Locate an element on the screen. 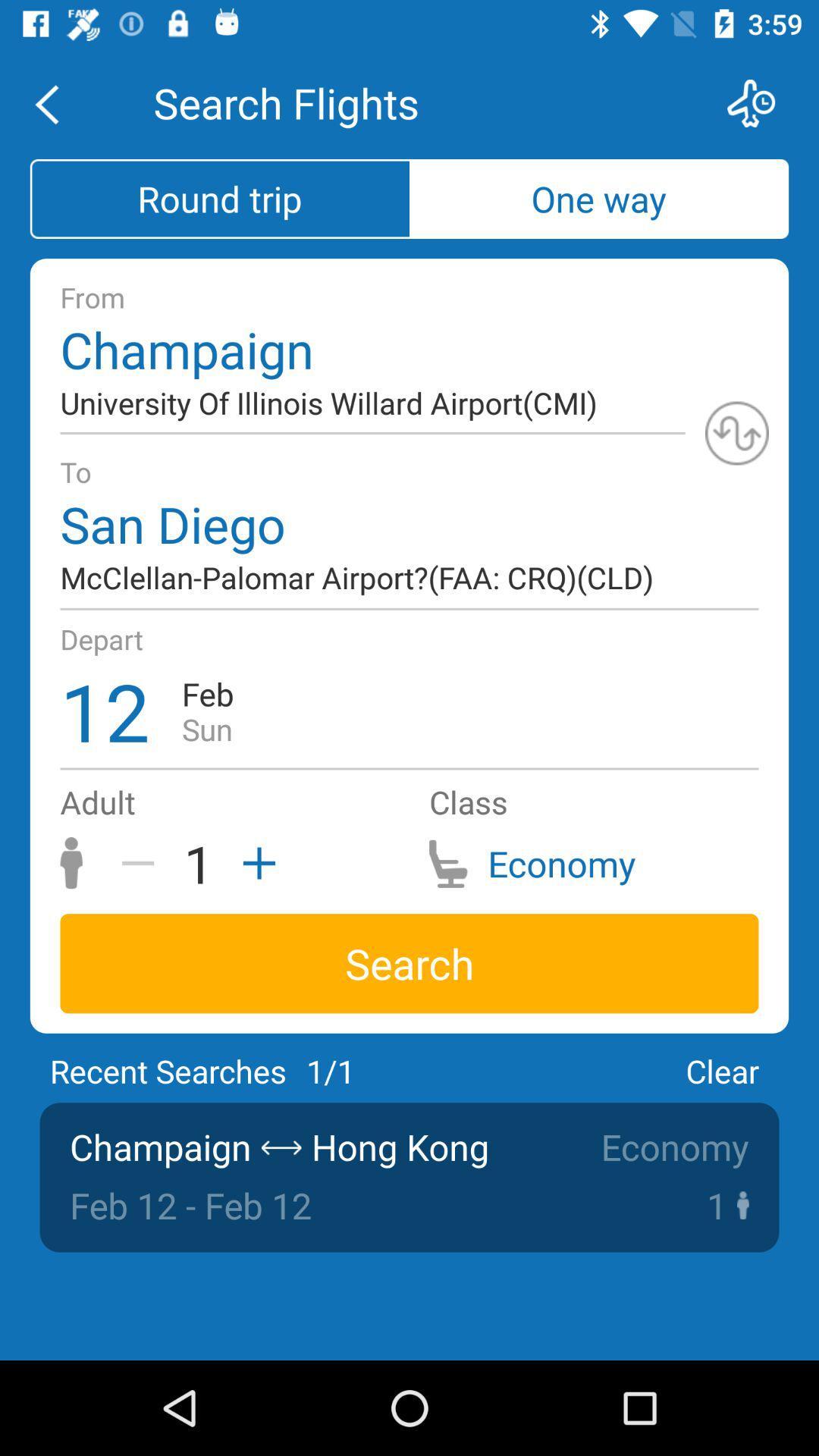  round trip item is located at coordinates (219, 198).